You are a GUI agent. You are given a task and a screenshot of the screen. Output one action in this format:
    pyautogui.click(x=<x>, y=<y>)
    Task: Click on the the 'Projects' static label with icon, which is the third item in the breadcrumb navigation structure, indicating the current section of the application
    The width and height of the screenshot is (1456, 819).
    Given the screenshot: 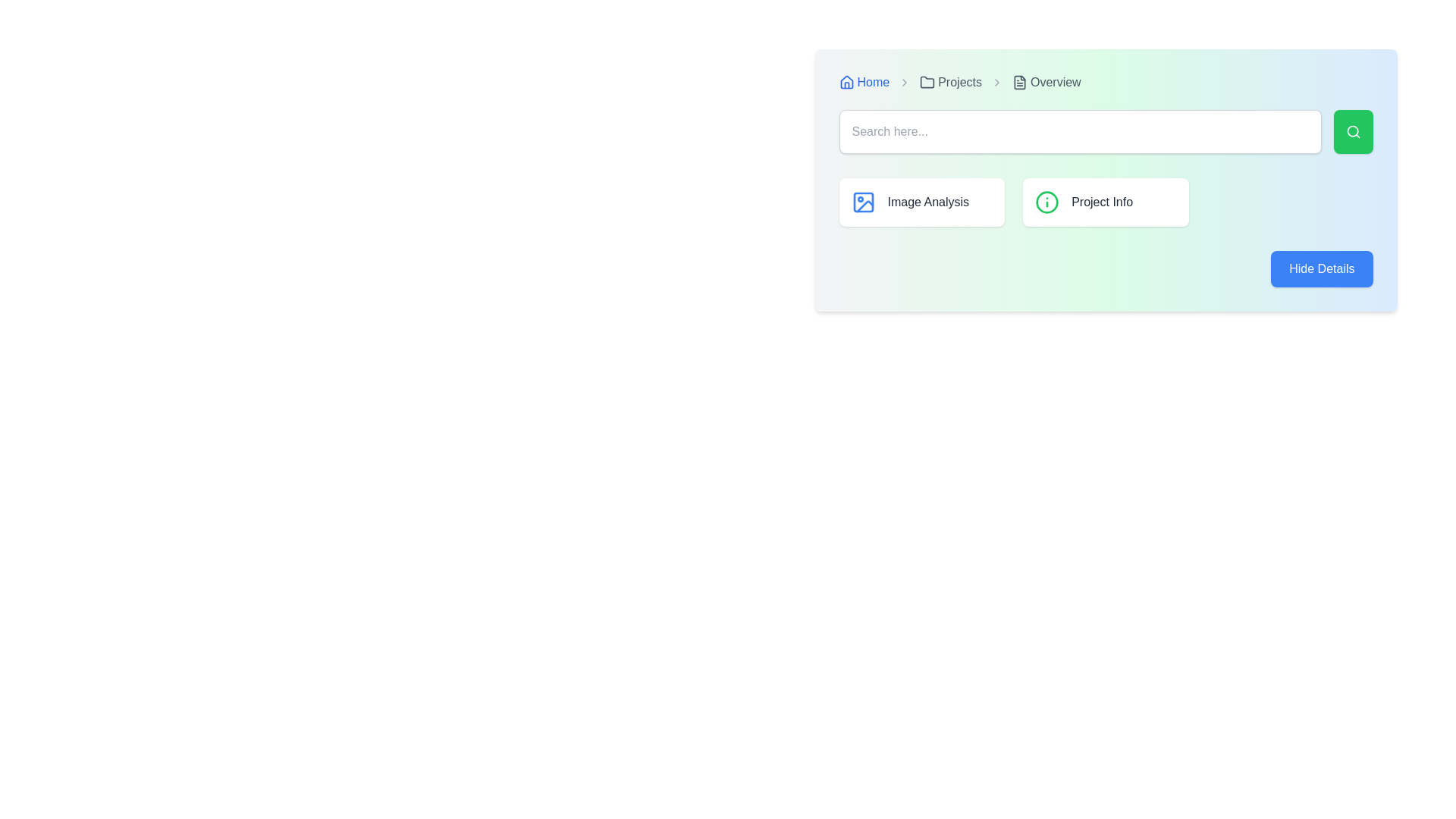 What is the action you would take?
    pyautogui.click(x=950, y=82)
    